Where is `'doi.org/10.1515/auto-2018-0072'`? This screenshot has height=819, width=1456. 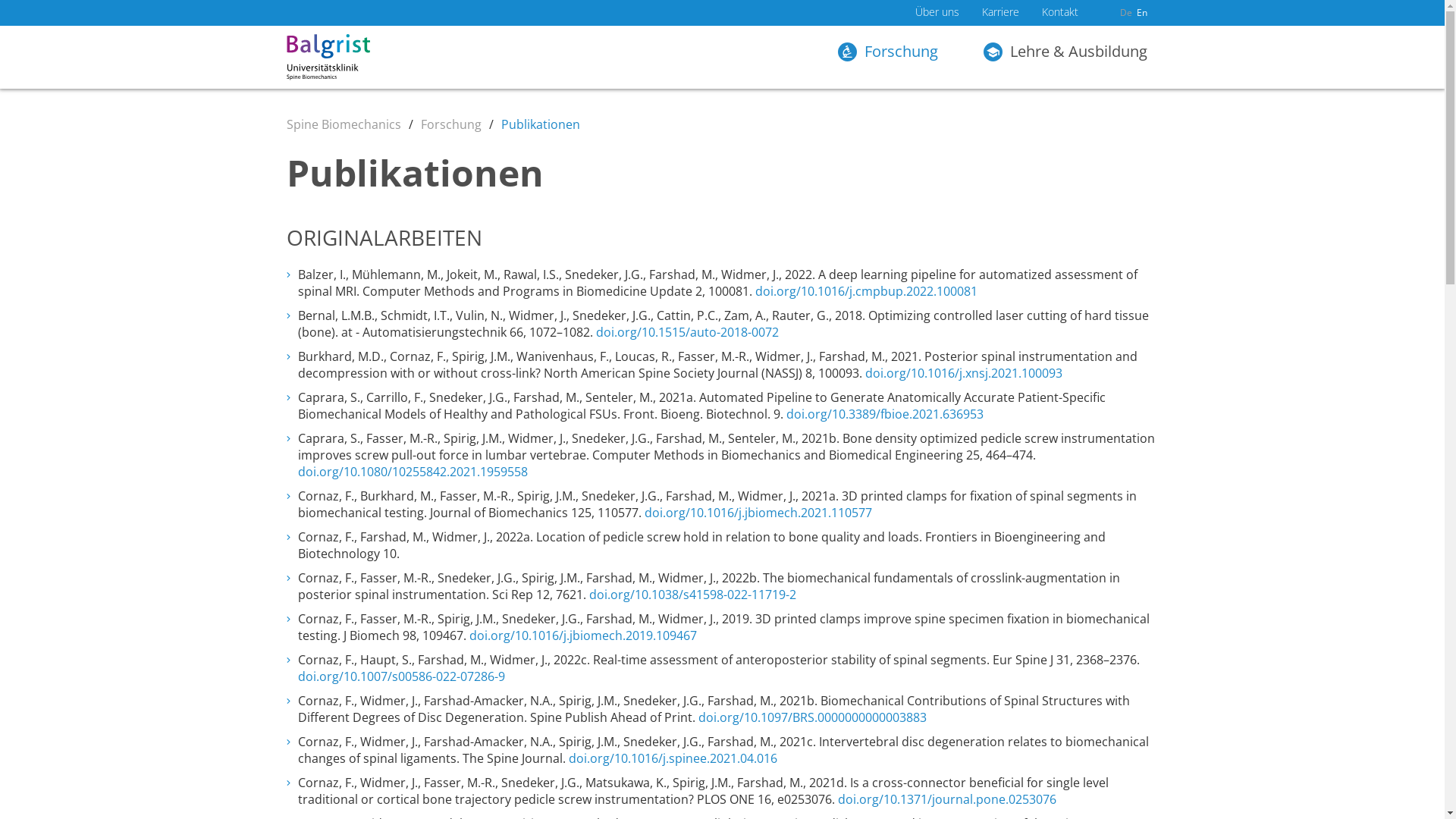
'doi.org/10.1515/auto-2018-0072' is located at coordinates (686, 331).